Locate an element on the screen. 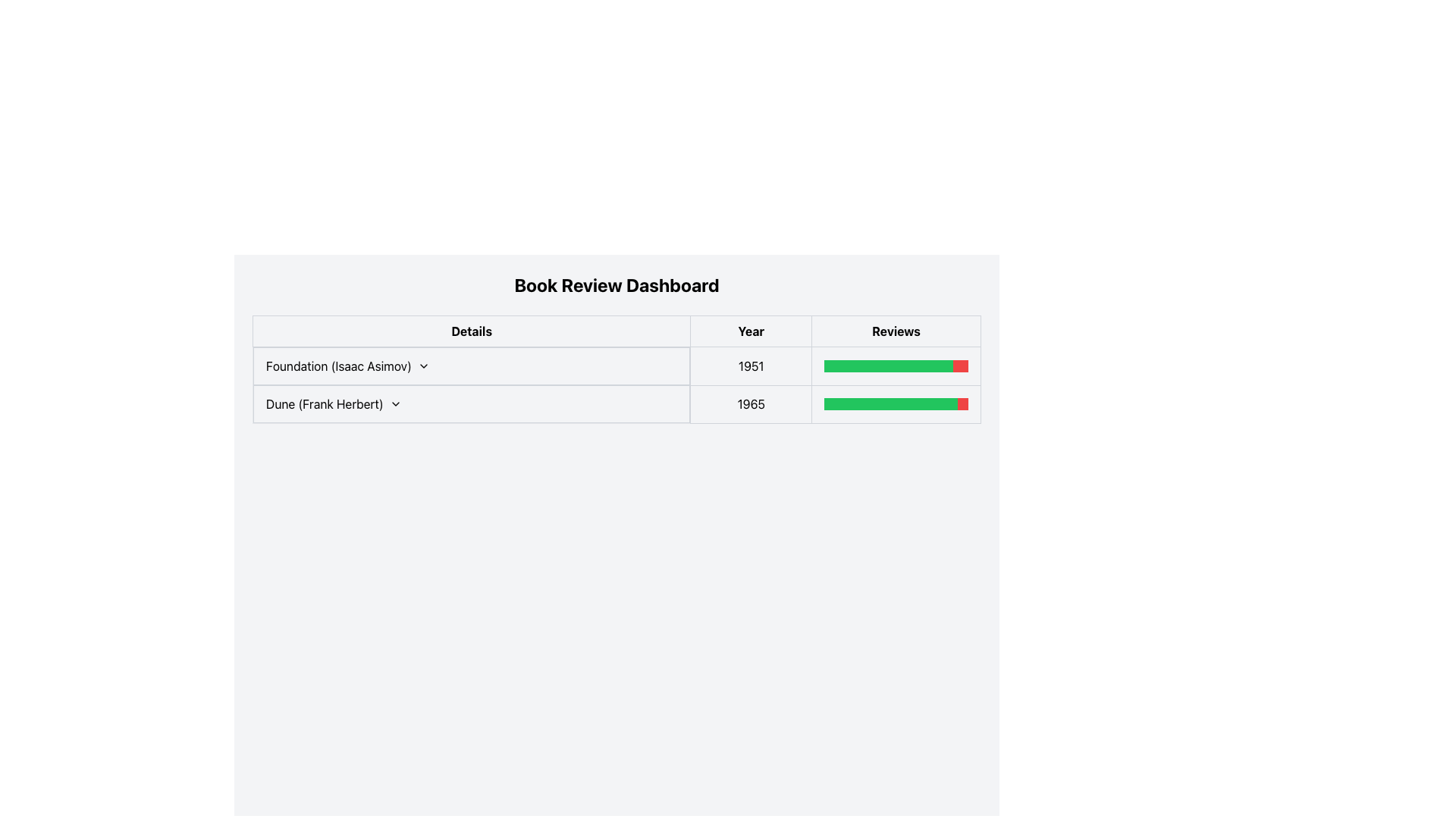  the 'Details' column header, which is the first column header in the table, characterized by a bold label and a light gray background is located at coordinates (471, 330).